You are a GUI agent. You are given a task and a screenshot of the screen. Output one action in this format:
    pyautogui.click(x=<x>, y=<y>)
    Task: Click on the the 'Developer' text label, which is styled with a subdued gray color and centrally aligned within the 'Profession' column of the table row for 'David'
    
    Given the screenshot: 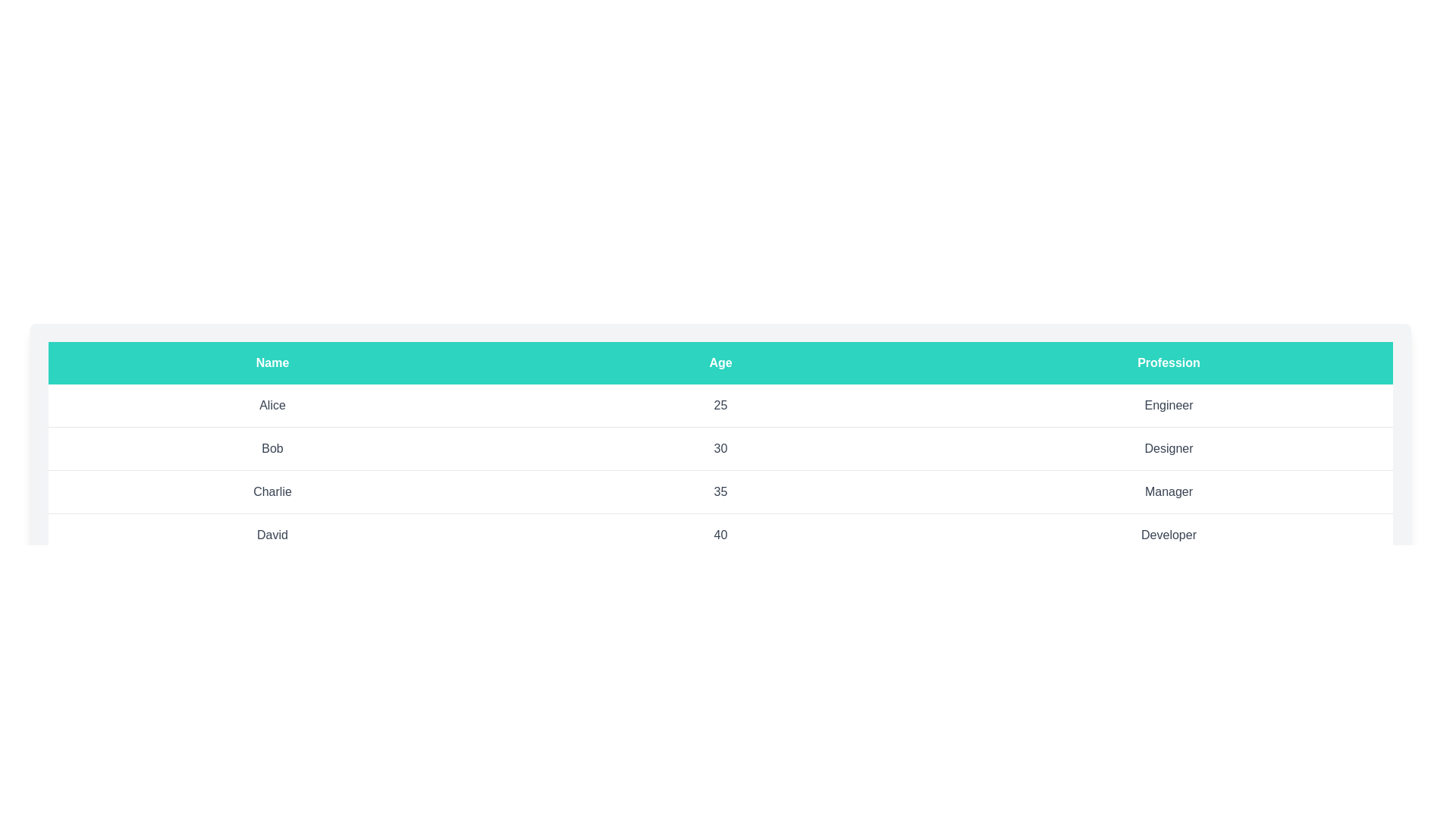 What is the action you would take?
    pyautogui.click(x=1168, y=534)
    